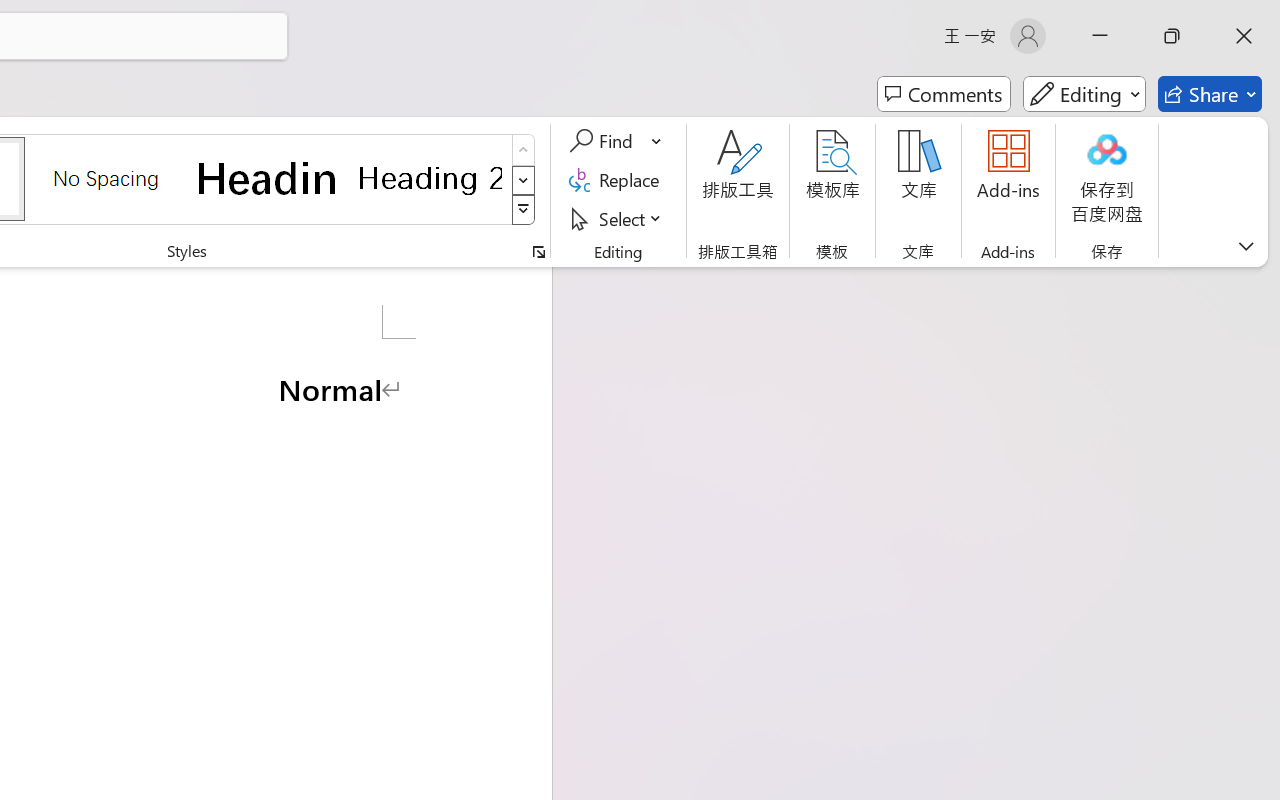 This screenshot has width=1280, height=800. What do you see at coordinates (267, 177) in the screenshot?
I see `'Heading 1'` at bounding box center [267, 177].